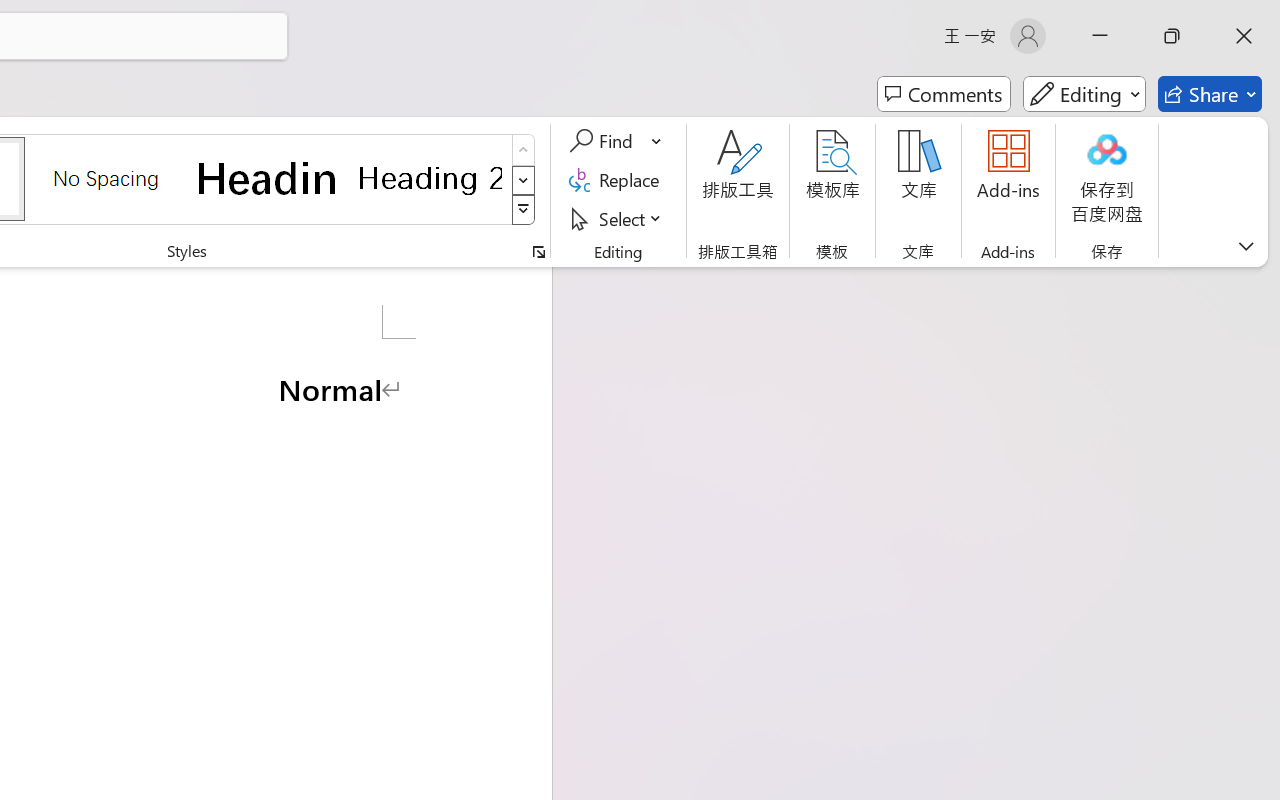 This screenshot has width=1280, height=800. What do you see at coordinates (267, 177) in the screenshot?
I see `'Heading 1'` at bounding box center [267, 177].